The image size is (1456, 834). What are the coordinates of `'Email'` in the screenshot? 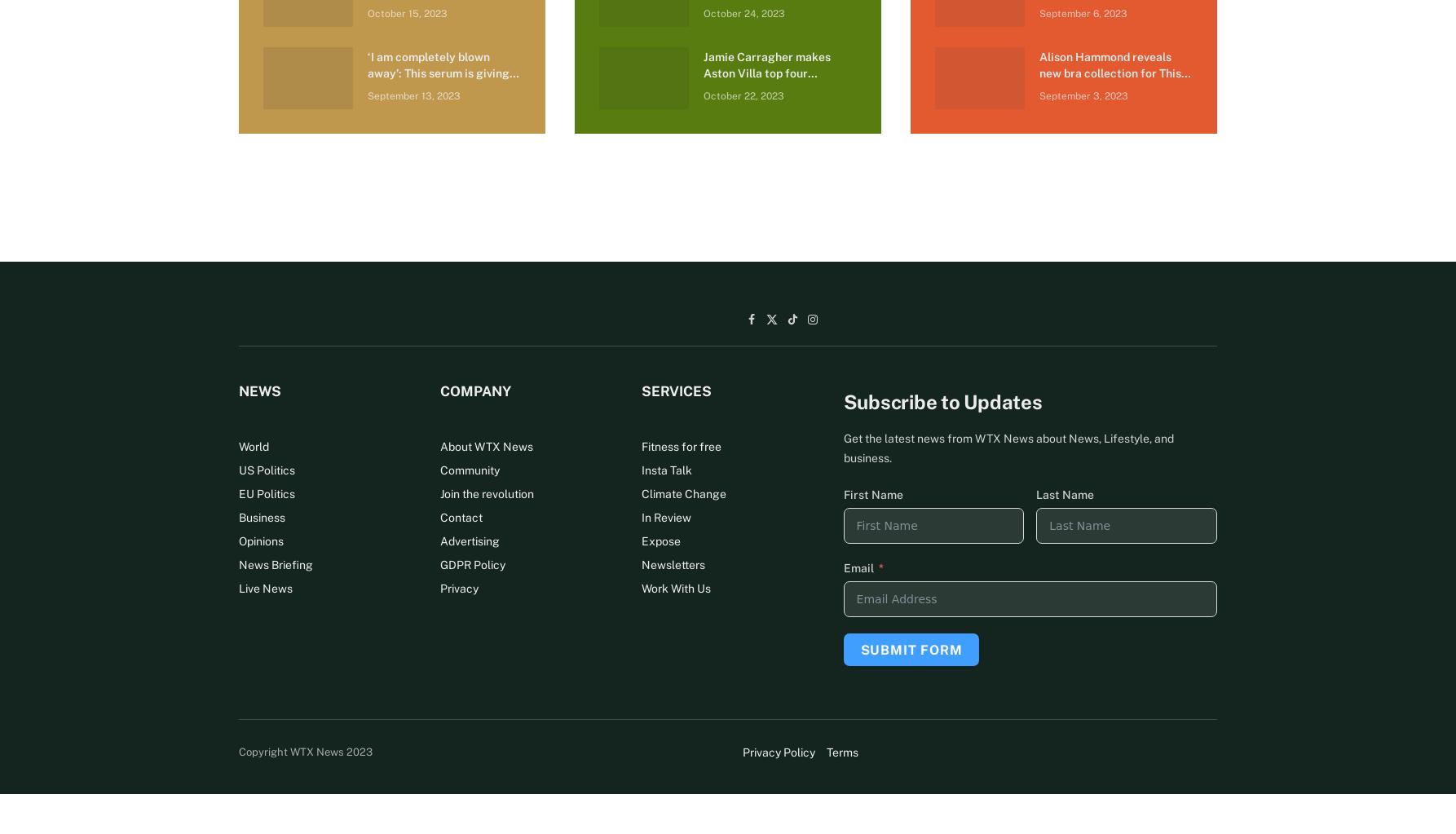 It's located at (842, 567).